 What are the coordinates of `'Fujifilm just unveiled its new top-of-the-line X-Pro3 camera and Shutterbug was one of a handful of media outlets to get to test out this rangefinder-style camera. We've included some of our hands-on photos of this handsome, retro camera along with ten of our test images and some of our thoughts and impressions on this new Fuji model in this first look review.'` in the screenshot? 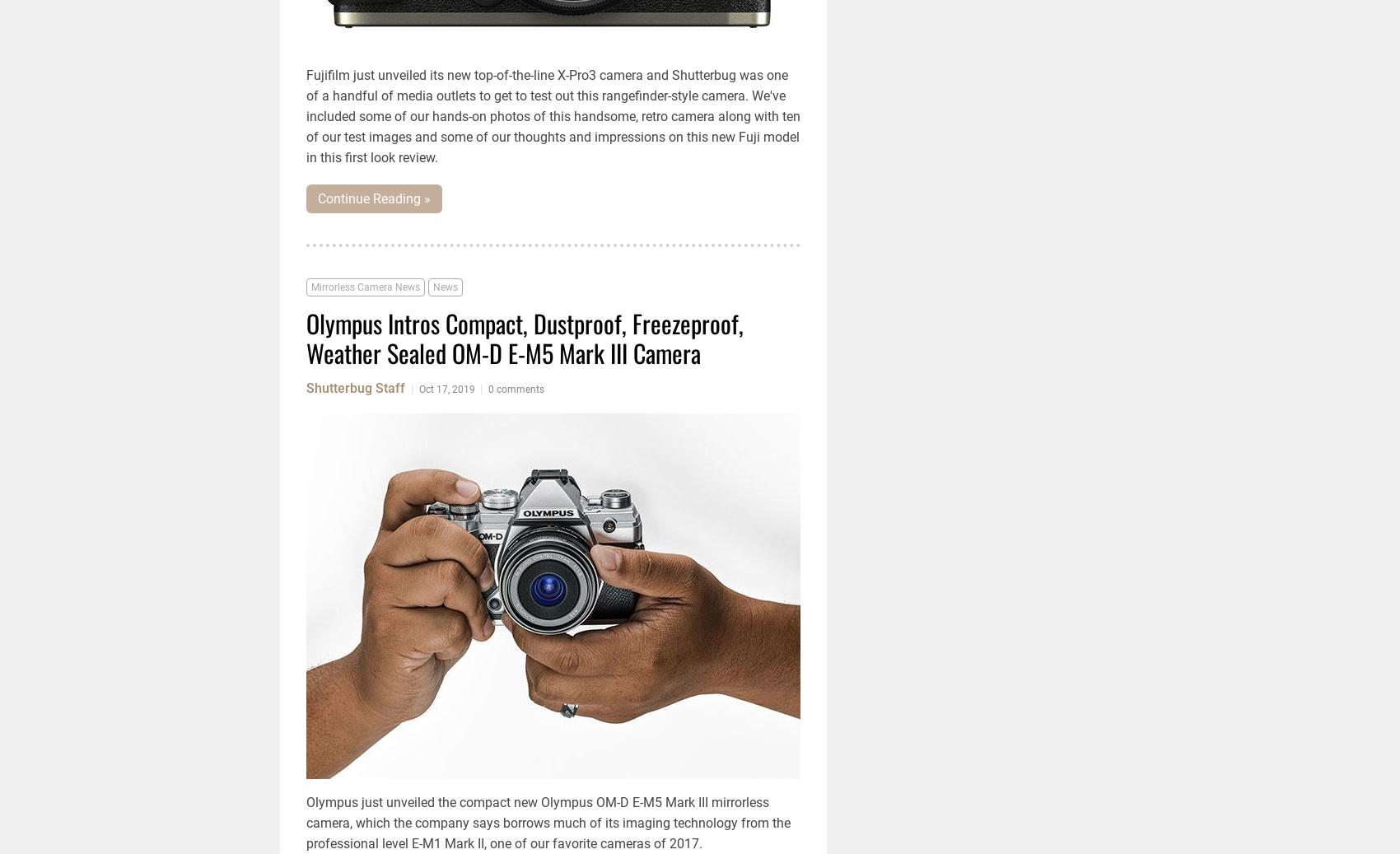 It's located at (553, 115).